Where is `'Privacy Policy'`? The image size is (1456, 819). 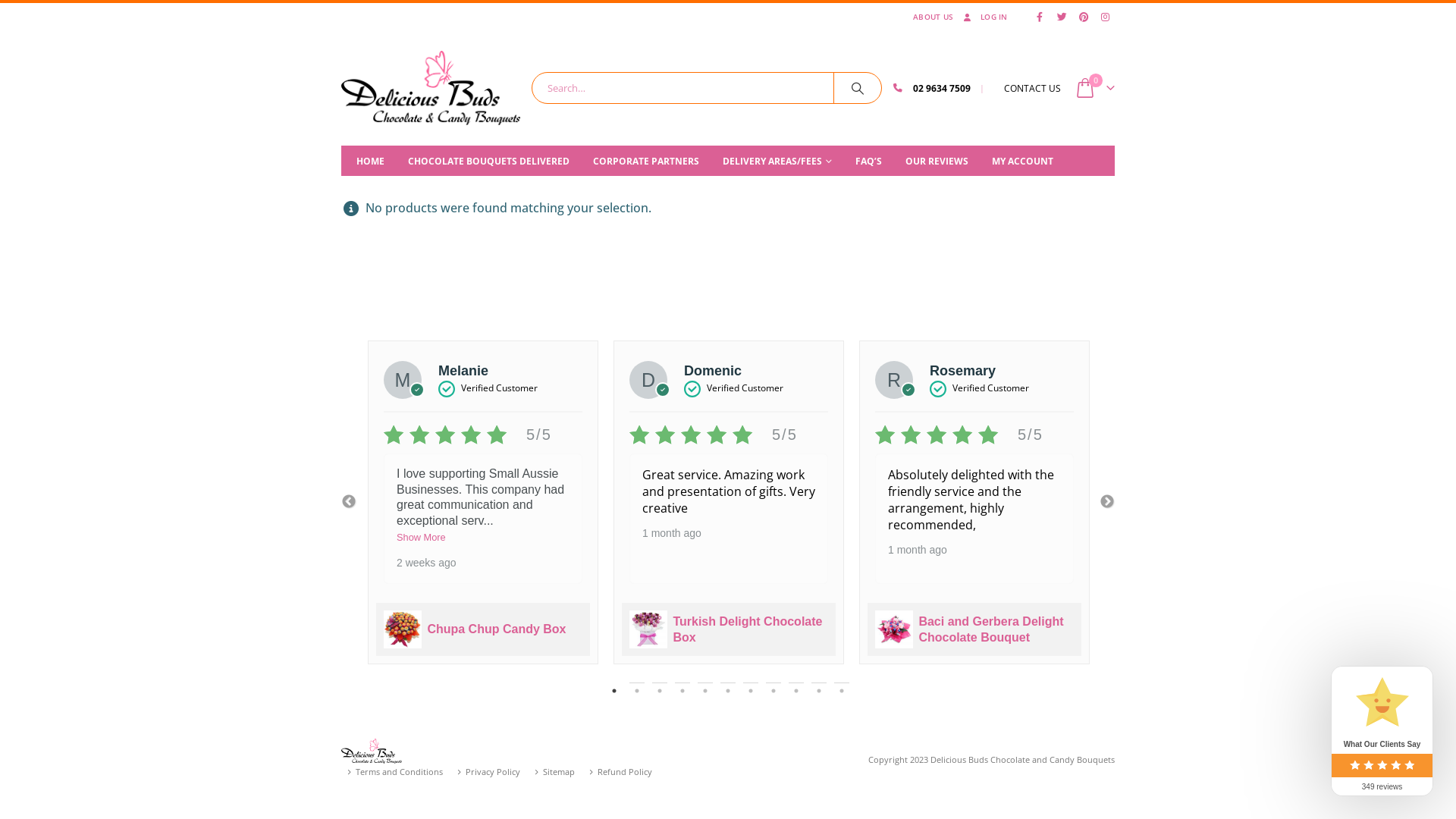
'Privacy Policy' is located at coordinates (492, 771).